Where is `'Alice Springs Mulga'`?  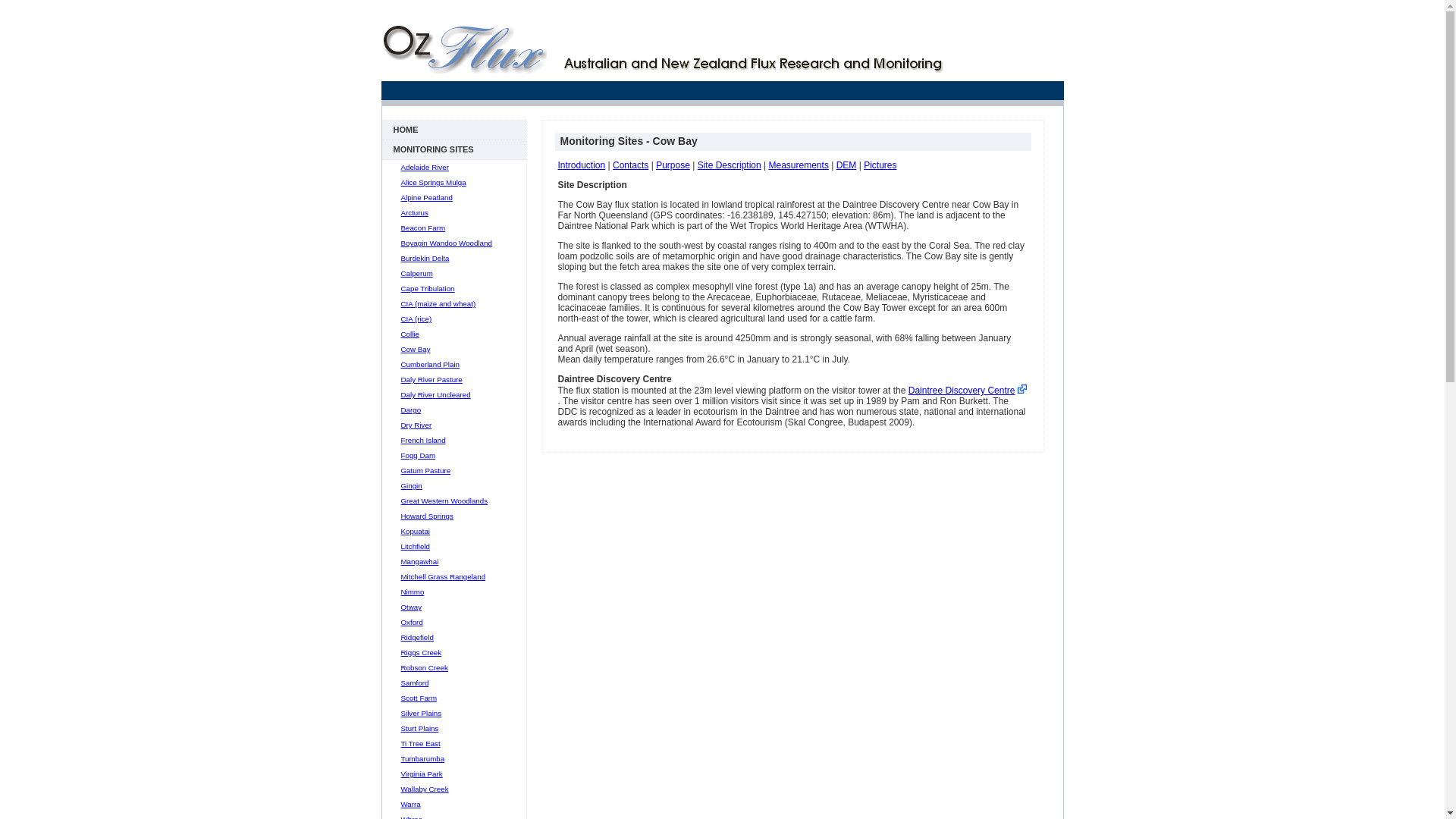 'Alice Springs Mulga' is located at coordinates (432, 181).